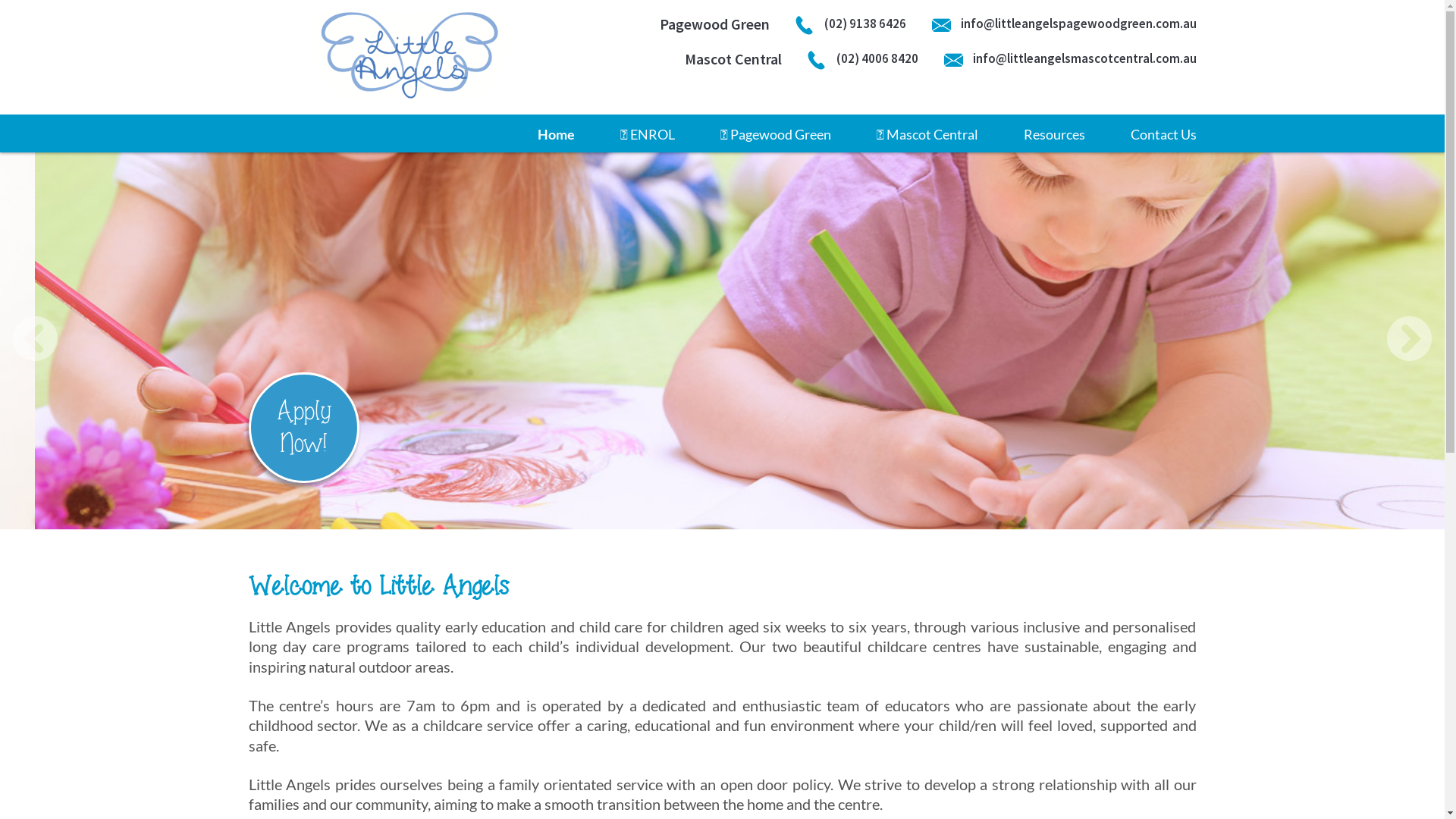 The image size is (1456, 819). I want to click on 'Resources', so click(1023, 133).